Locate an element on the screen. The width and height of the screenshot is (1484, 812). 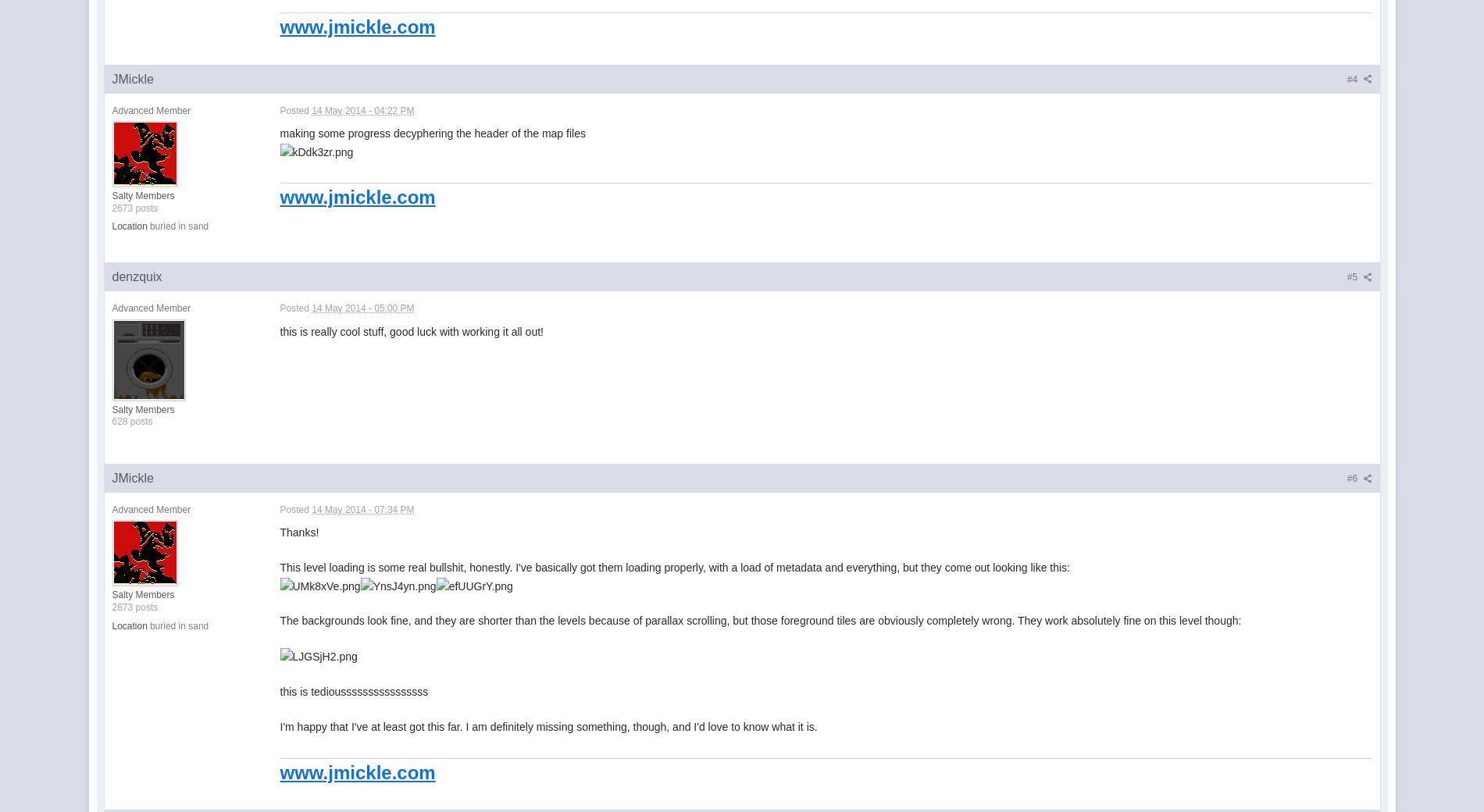
'This level loading is some real bullshit, honestly. I've basically got them loading properly, with a load of metadata and everything, but they come out looking like this:' is located at coordinates (278, 567).